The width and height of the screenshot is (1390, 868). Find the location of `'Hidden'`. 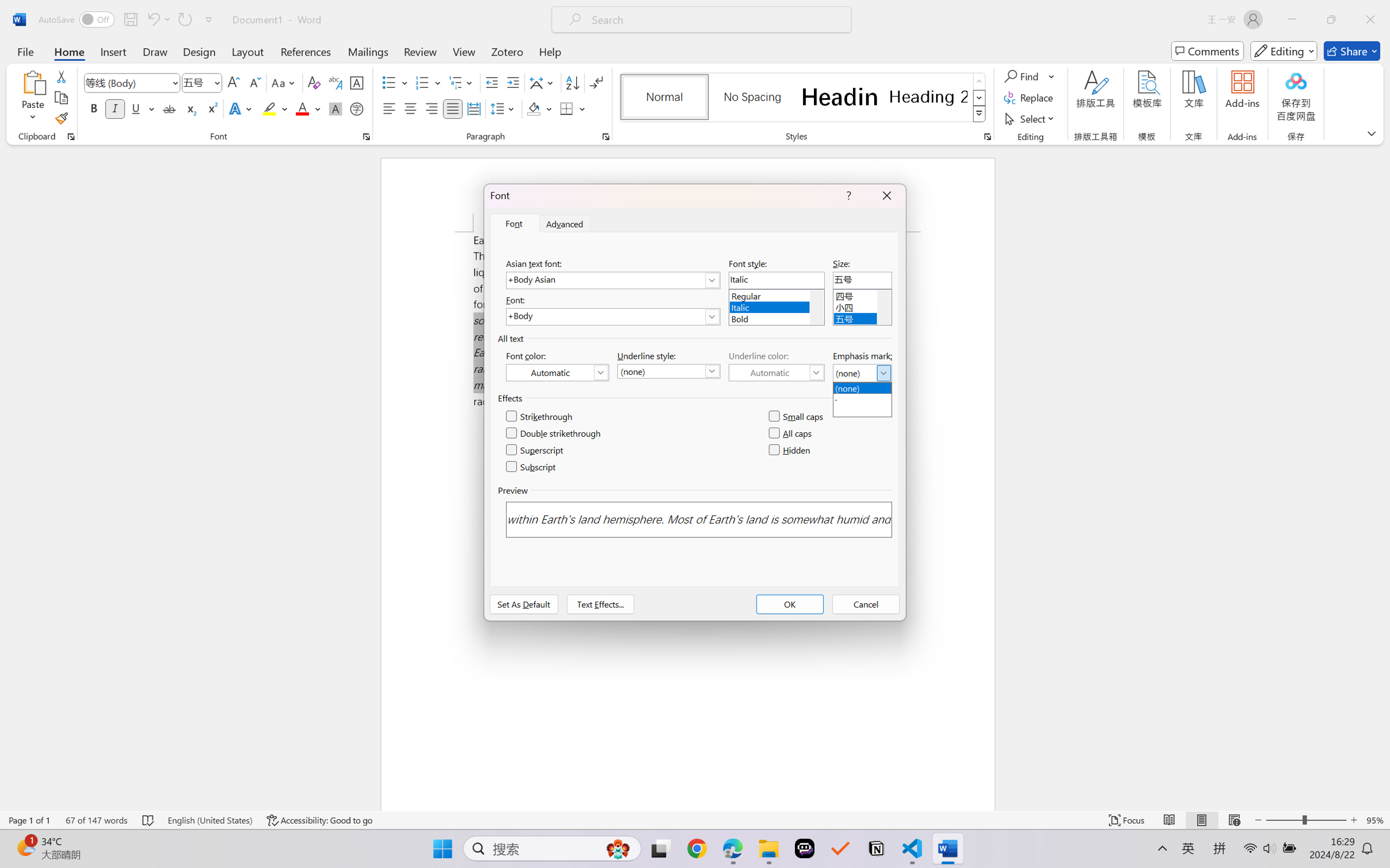

'Hidden' is located at coordinates (789, 449).